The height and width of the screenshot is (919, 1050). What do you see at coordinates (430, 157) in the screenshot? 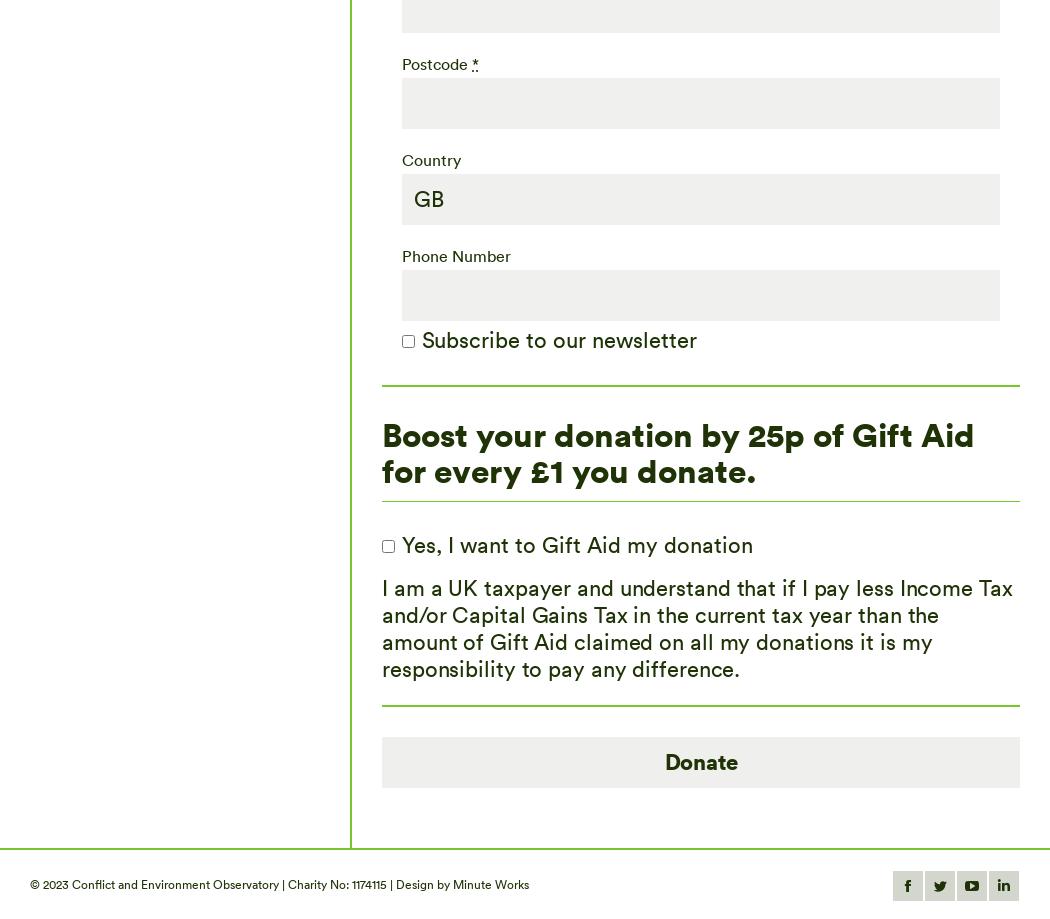
I see `'Country'` at bounding box center [430, 157].